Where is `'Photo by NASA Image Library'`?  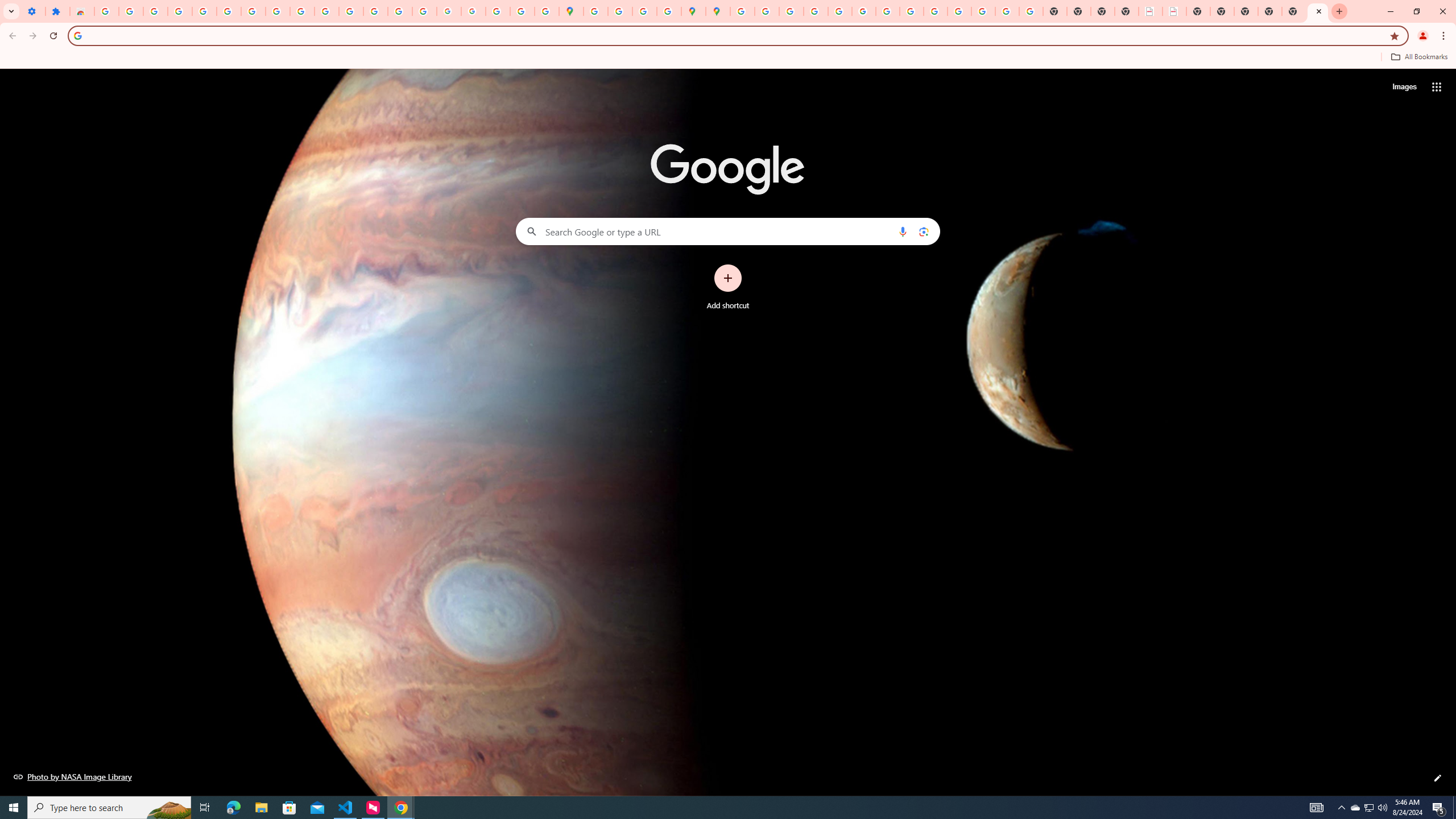
'Photo by NASA Image Library' is located at coordinates (72, 776).